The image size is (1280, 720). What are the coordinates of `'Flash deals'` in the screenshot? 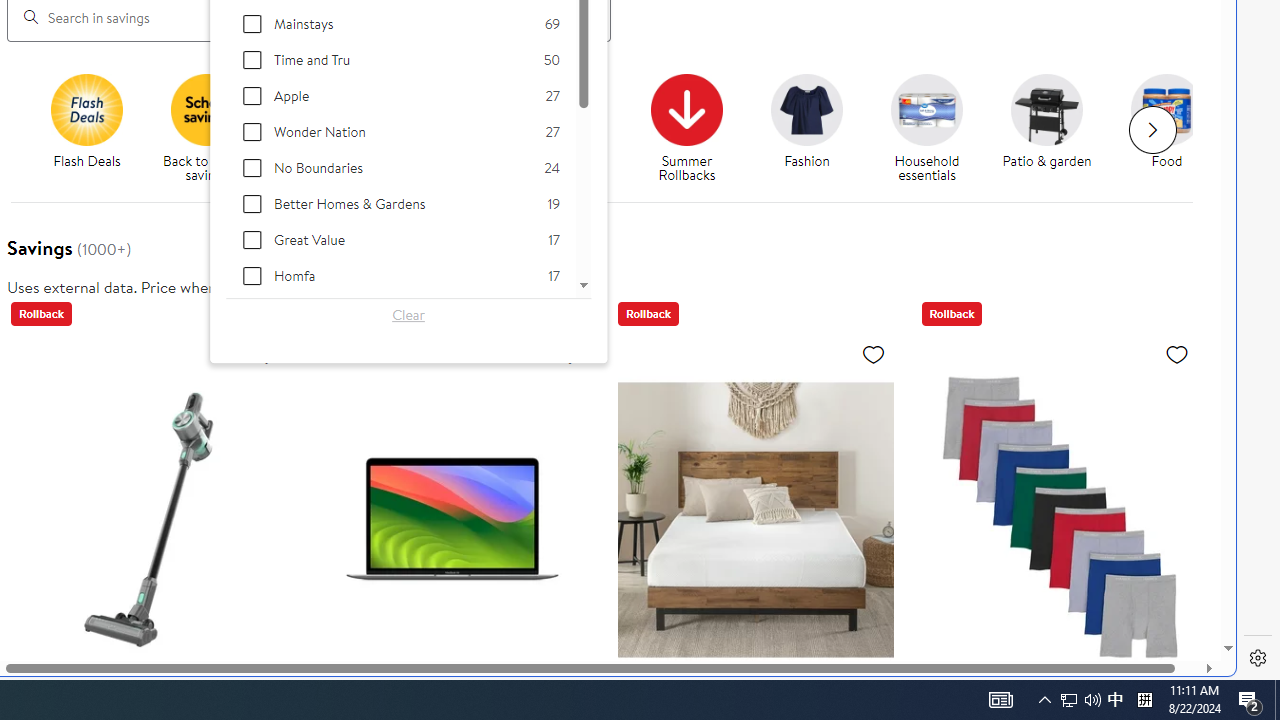 It's located at (86, 109).